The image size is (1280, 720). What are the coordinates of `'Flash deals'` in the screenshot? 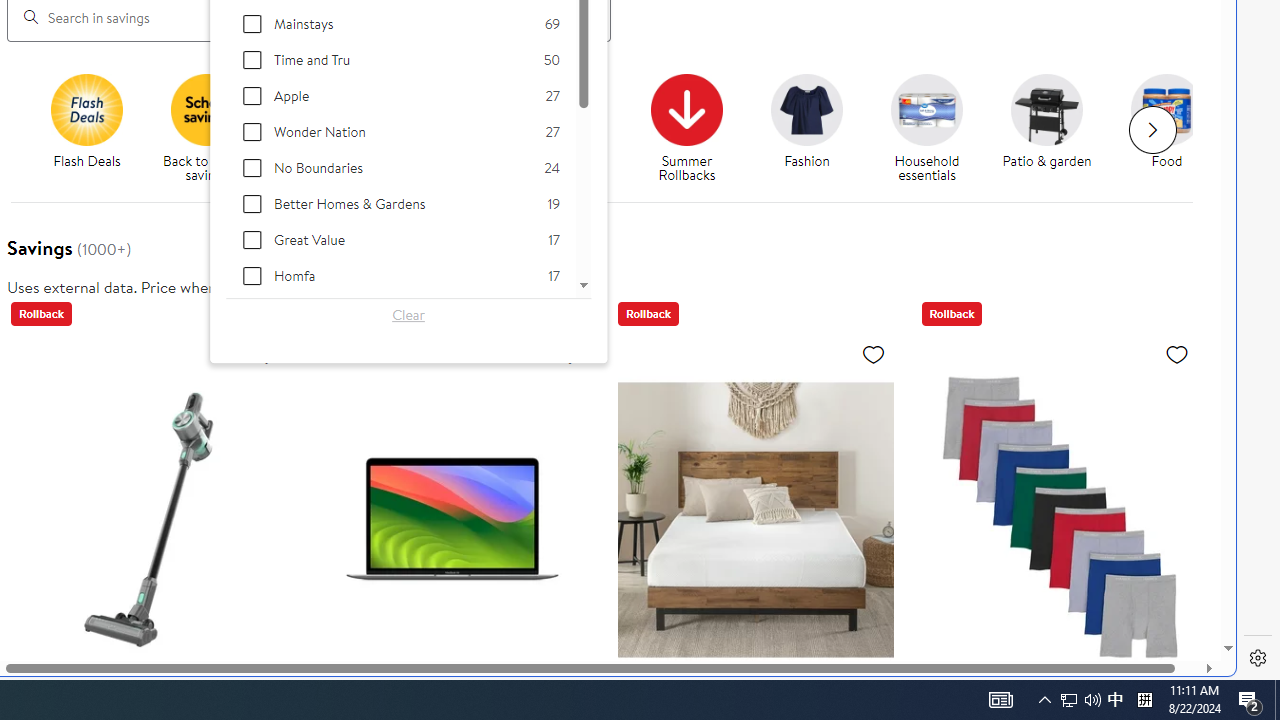 It's located at (86, 109).